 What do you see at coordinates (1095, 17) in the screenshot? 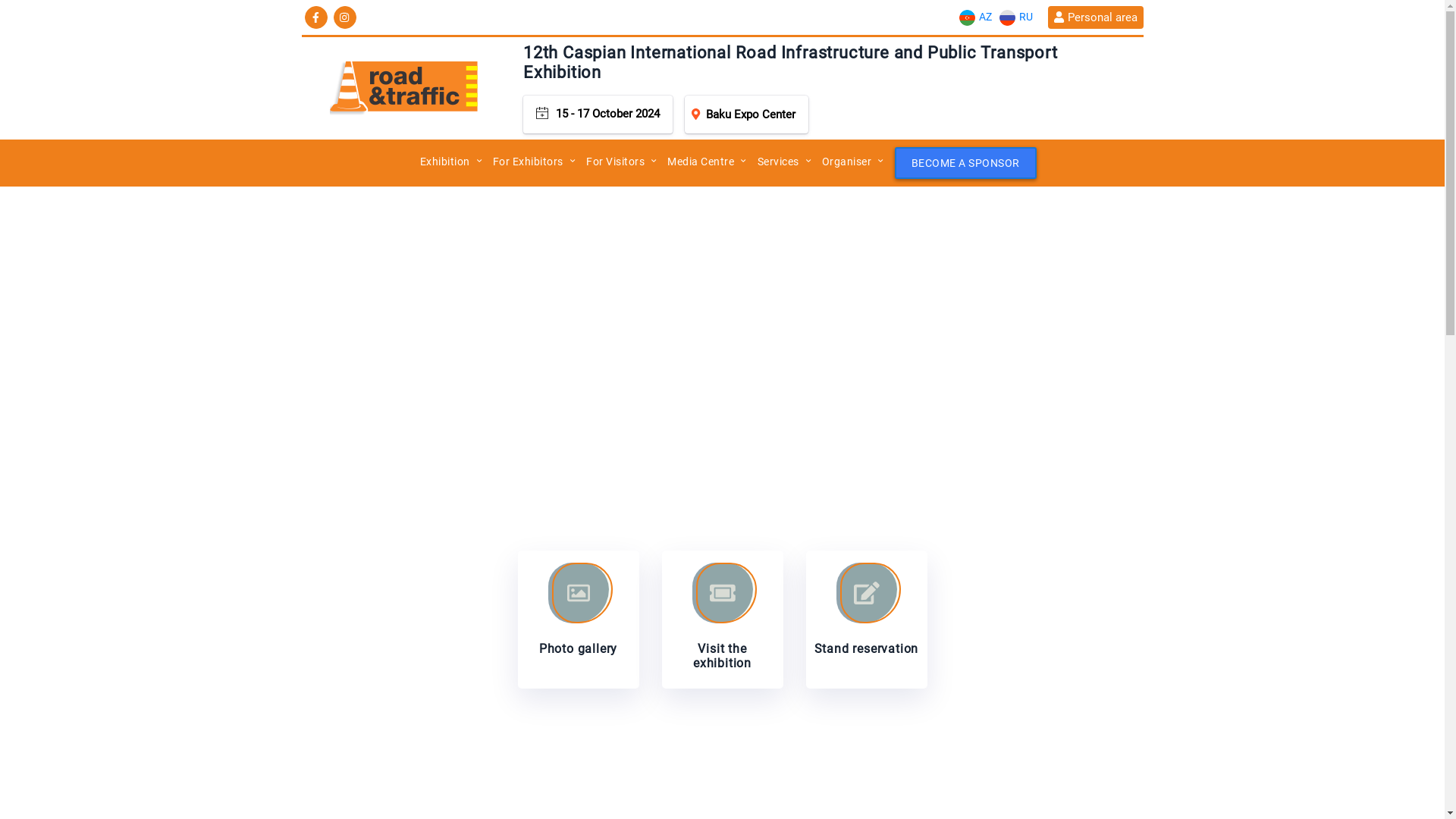
I see `'Personal area'` at bounding box center [1095, 17].